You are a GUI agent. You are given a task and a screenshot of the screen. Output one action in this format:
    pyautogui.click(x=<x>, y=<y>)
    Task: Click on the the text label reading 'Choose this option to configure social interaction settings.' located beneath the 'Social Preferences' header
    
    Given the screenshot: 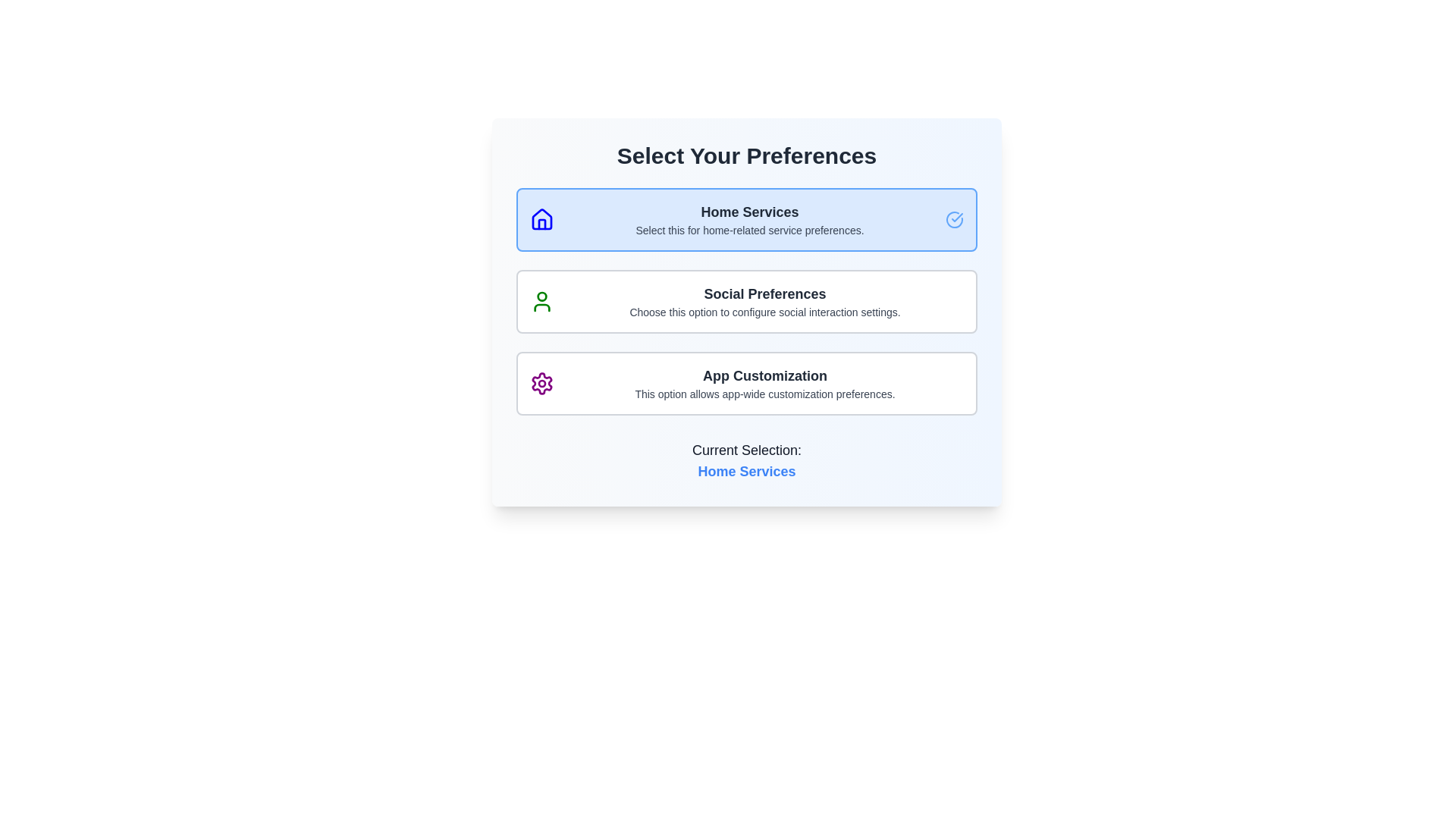 What is the action you would take?
    pyautogui.click(x=764, y=312)
    